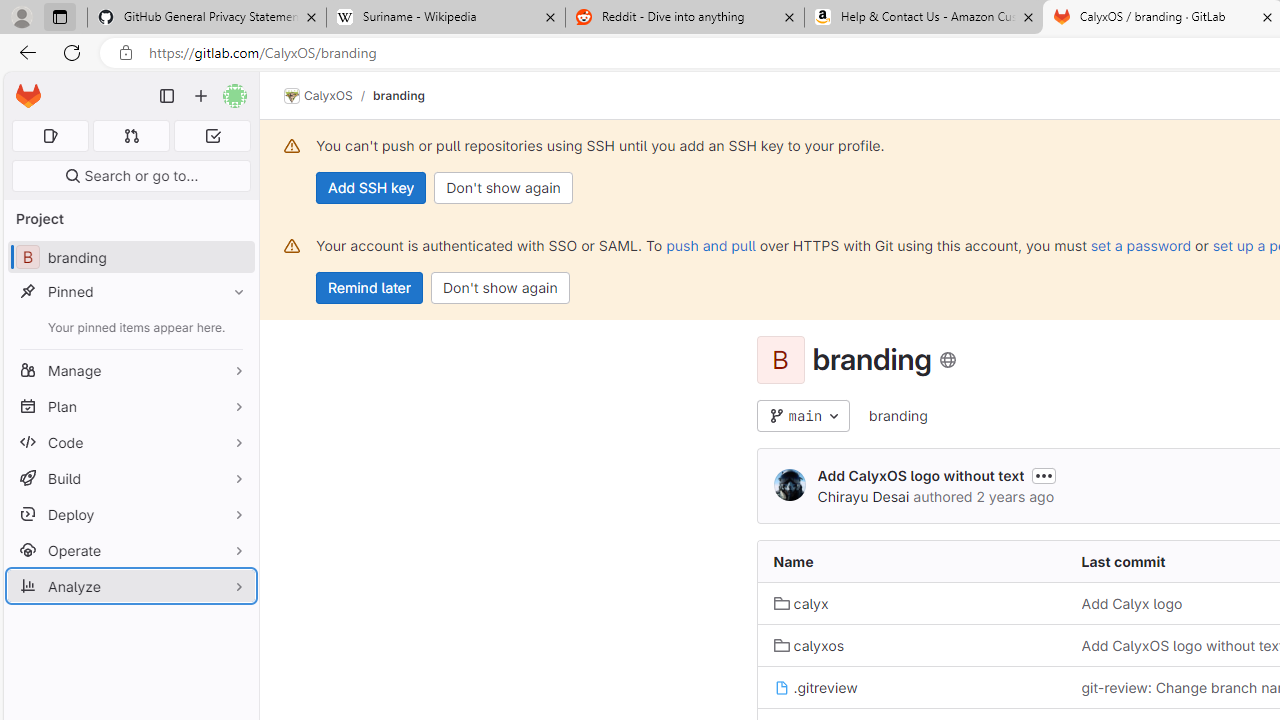 The image size is (1280, 720). I want to click on 'Create new...', so click(201, 96).